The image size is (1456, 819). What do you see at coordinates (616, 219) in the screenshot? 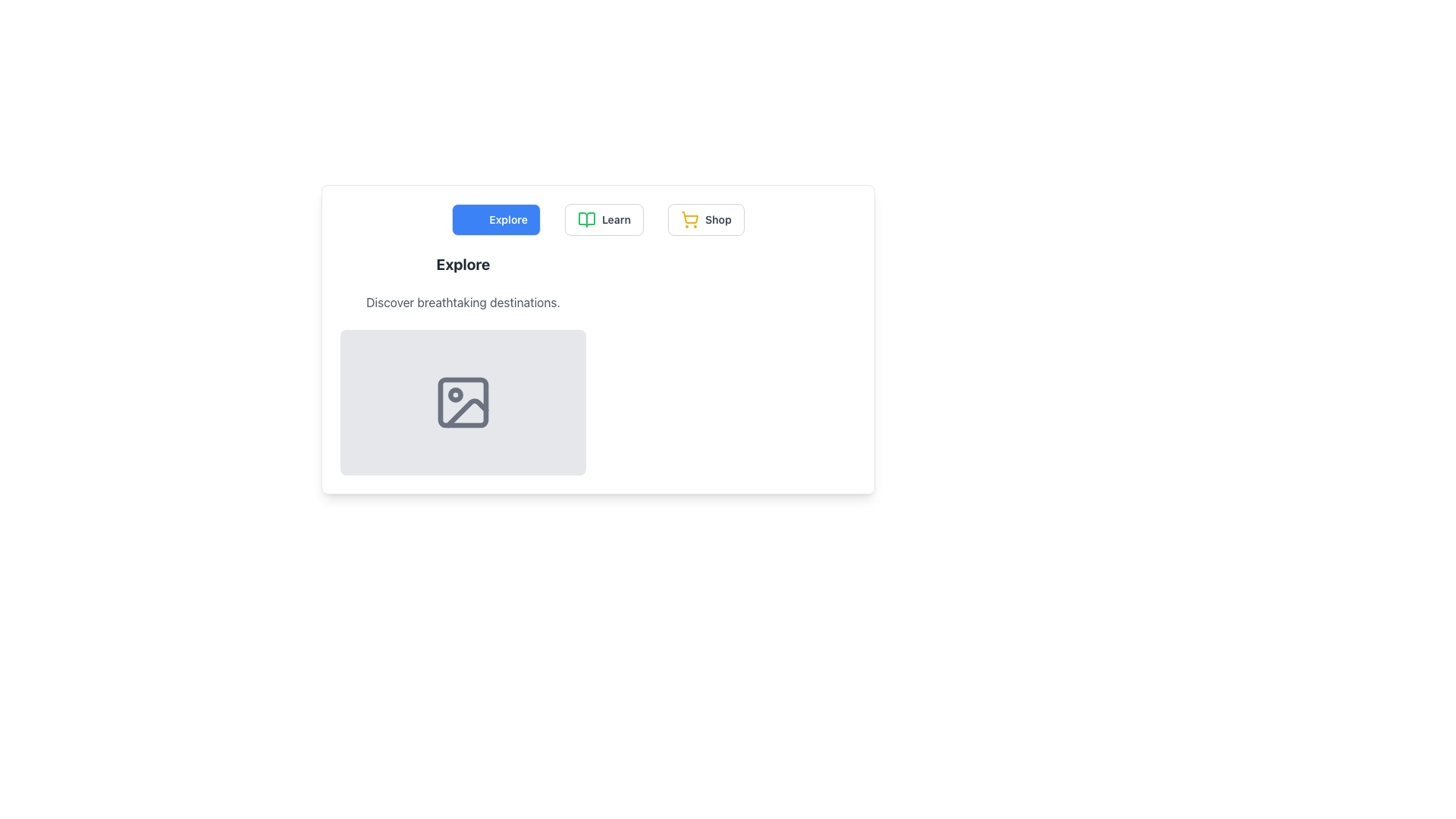
I see `the navigation button labeled 'Learn'` at bounding box center [616, 219].